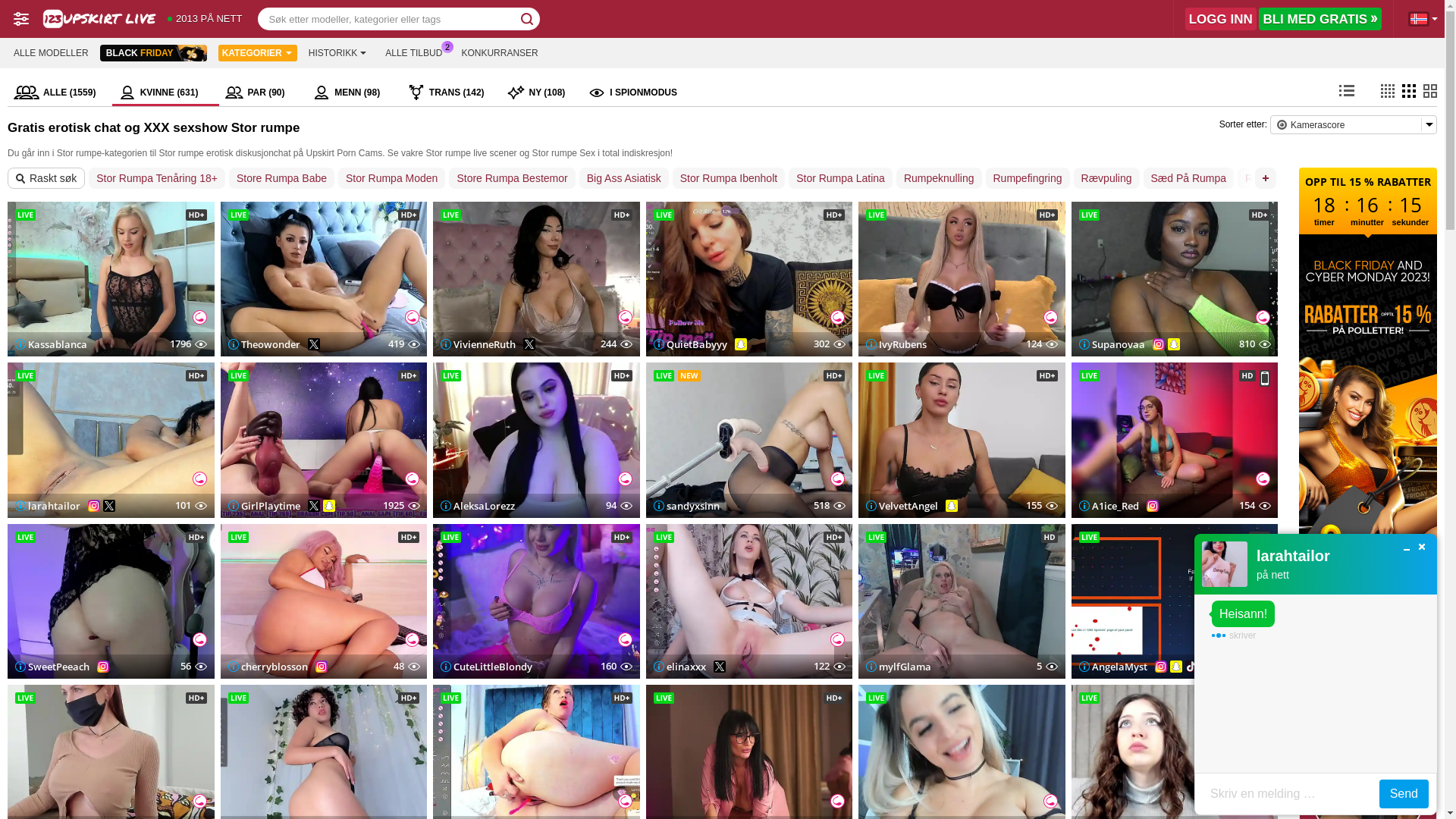  What do you see at coordinates (281, 177) in the screenshot?
I see `'Store Rumpa Babe'` at bounding box center [281, 177].